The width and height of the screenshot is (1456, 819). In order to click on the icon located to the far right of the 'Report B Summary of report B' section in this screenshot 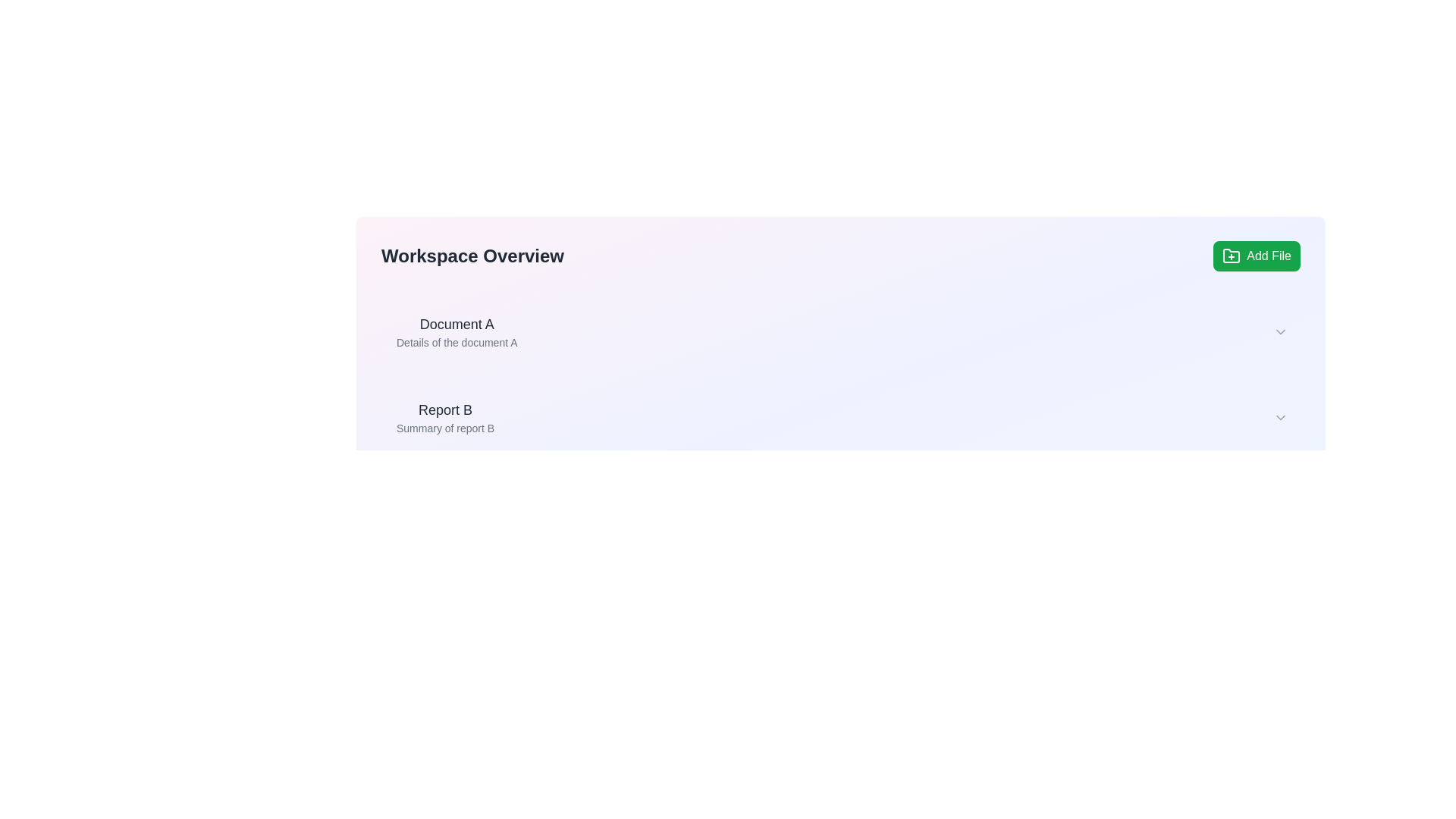, I will do `click(1280, 418)`.